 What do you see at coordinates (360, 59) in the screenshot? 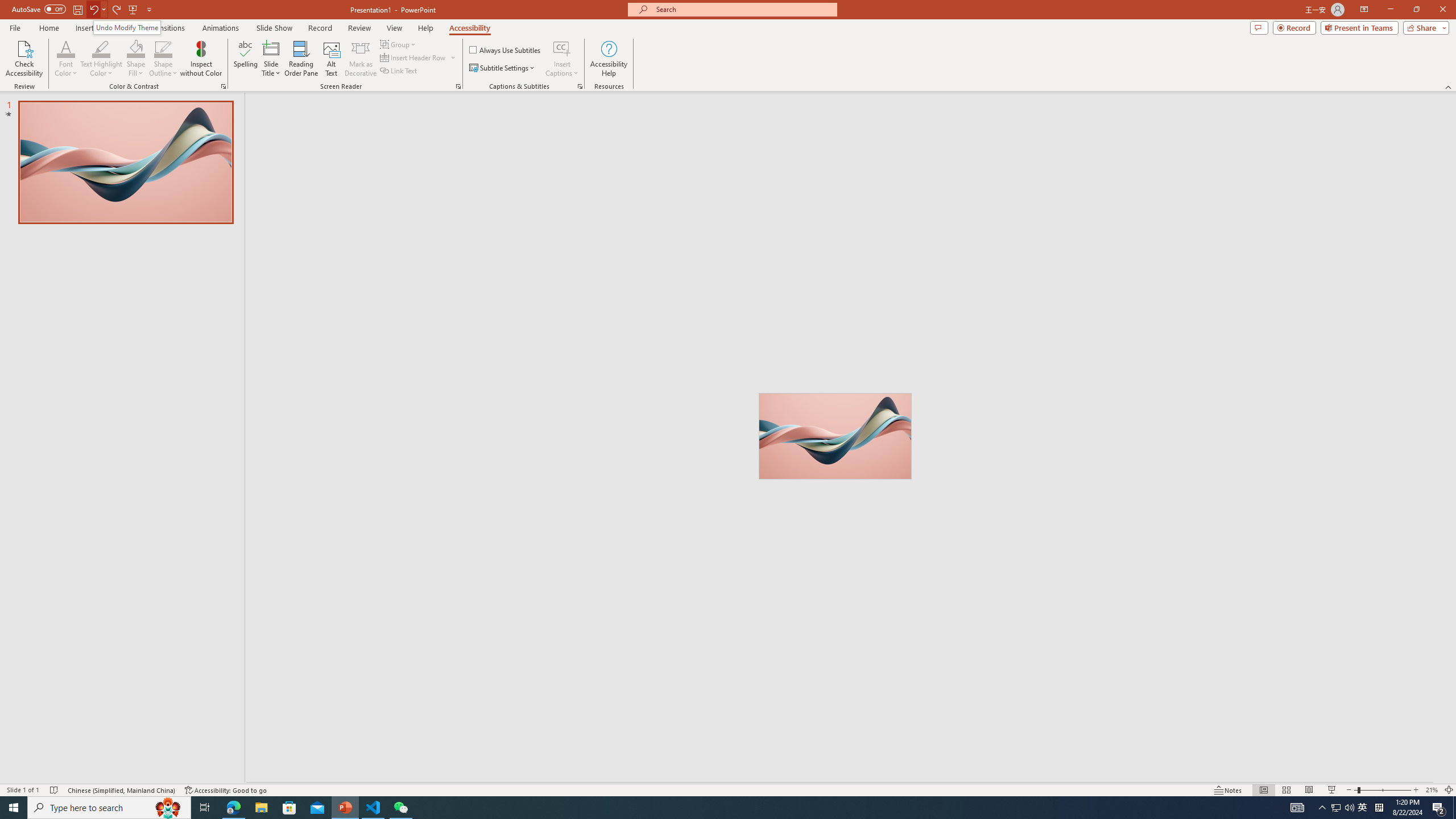
I see `'Mark as Decorative'` at bounding box center [360, 59].